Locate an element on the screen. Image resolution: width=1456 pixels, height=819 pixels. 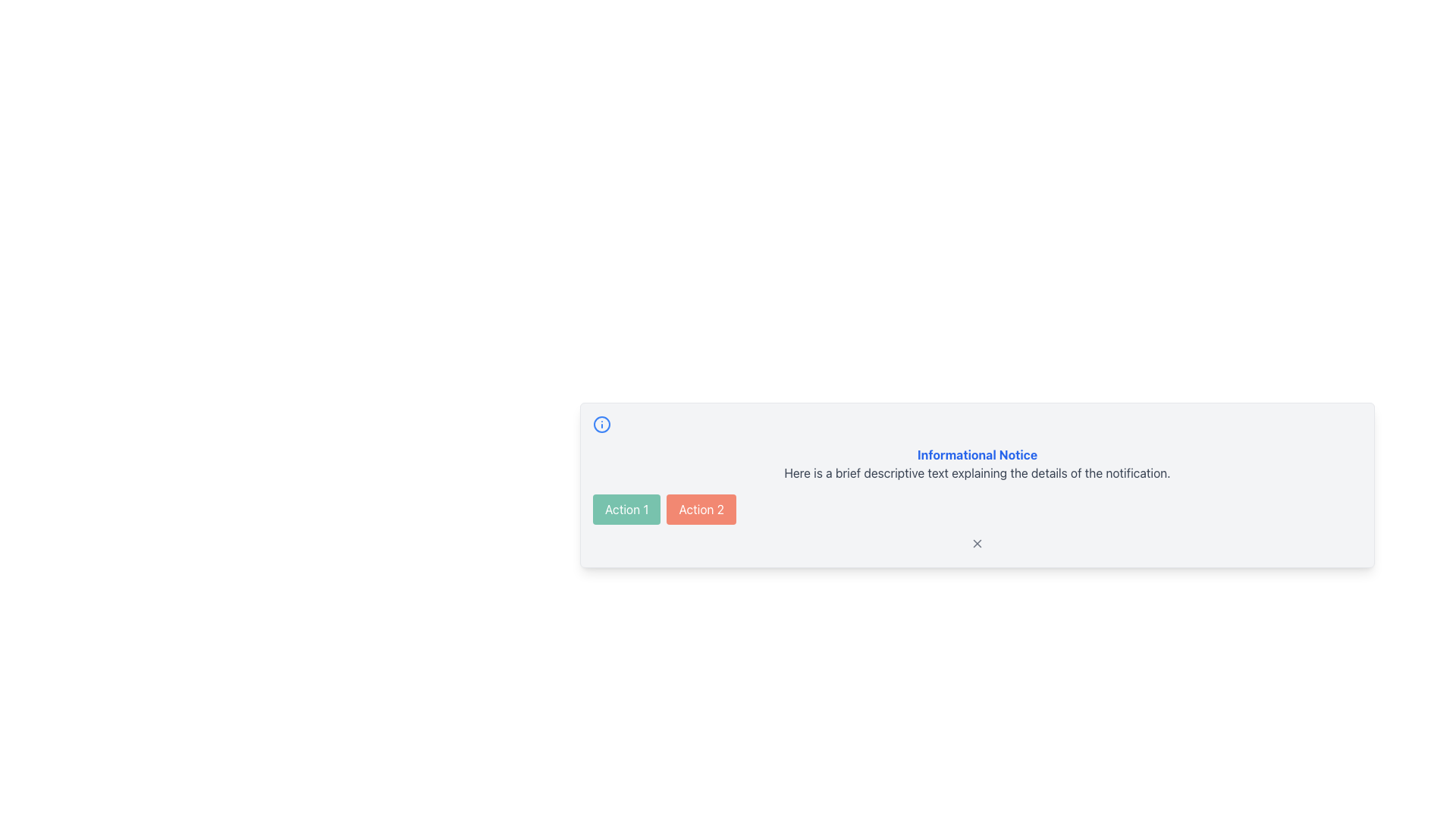
the Decorative separator bar located within the notification card, which serves as a decorative element above the content and action buttons is located at coordinates (977, 424).